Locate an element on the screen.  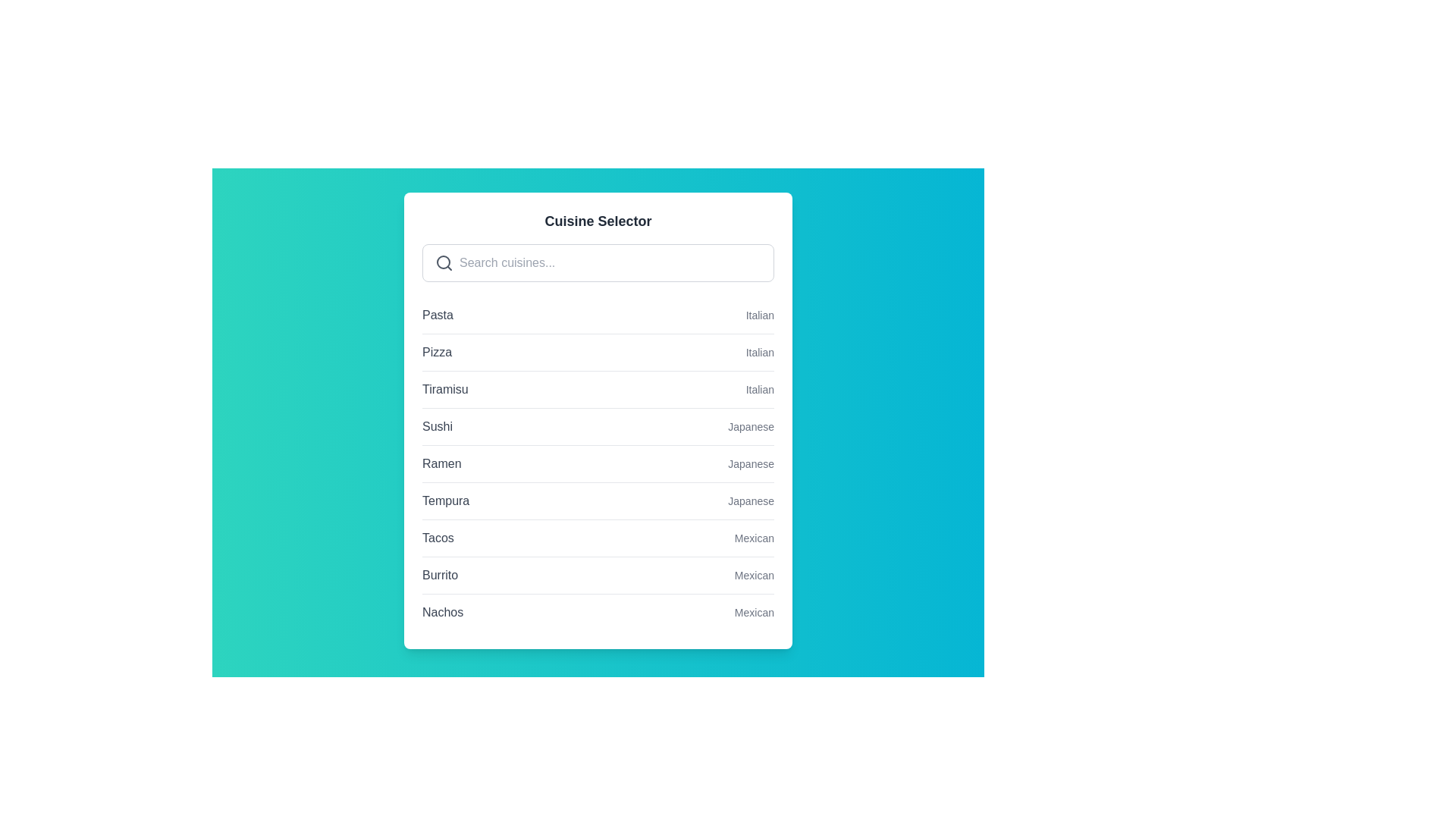
the non-interactive menu item labeled 'Tempura' which is paired with its cuisine 'Japanese', located as the seventh row in the list of dishes is located at coordinates (597, 500).